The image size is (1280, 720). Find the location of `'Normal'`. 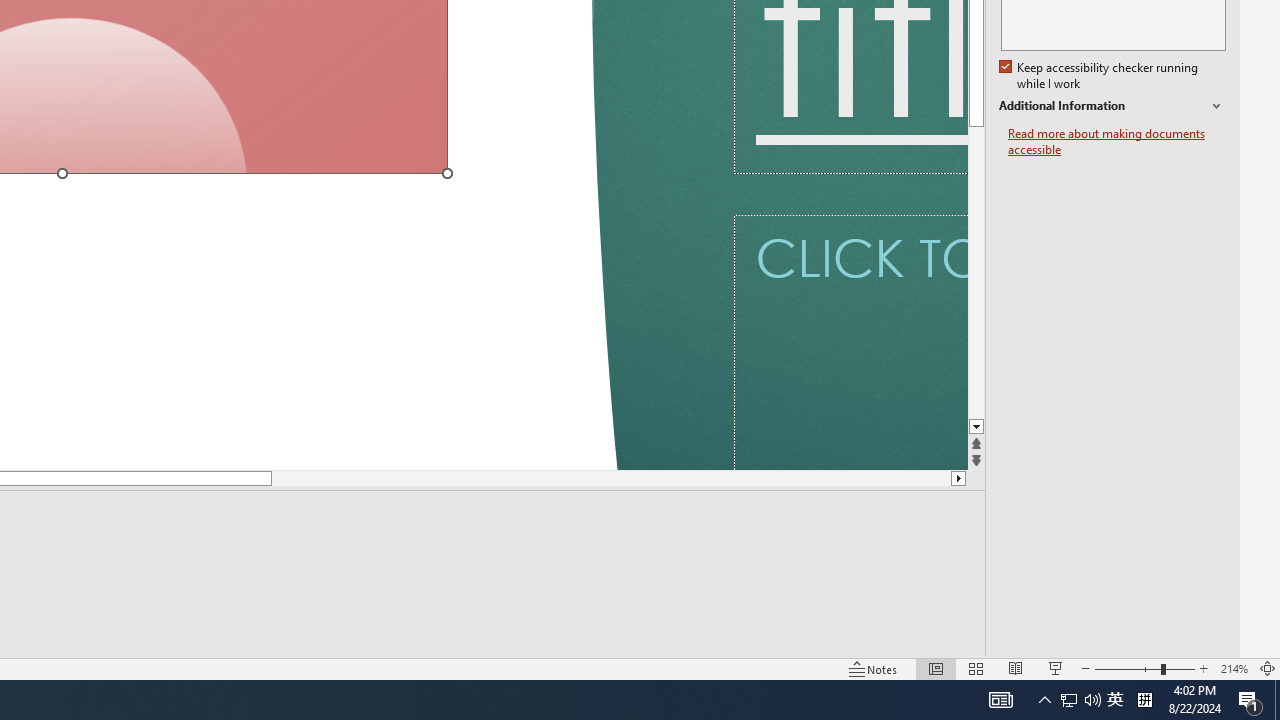

'Normal' is located at coordinates (935, 669).